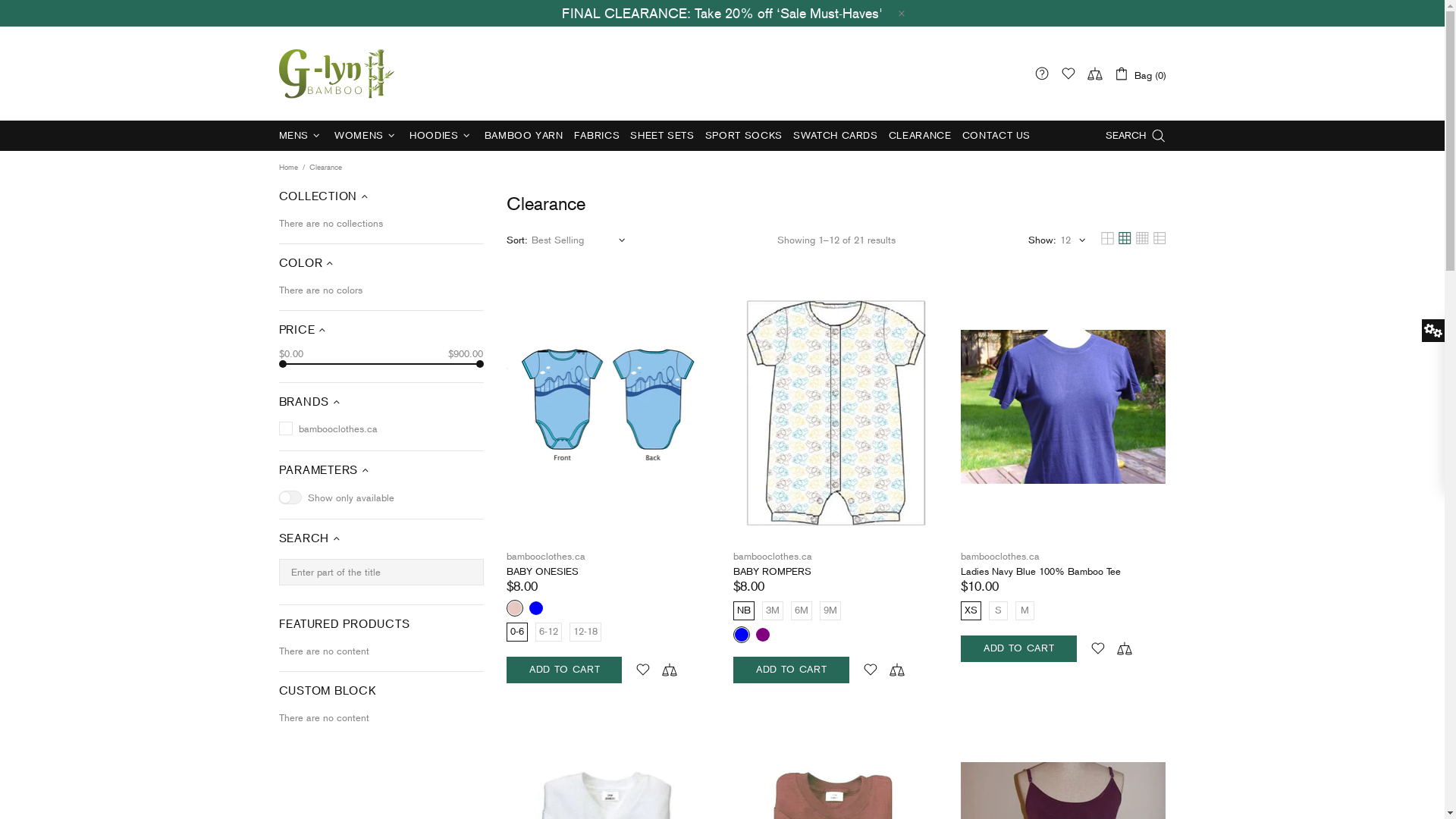 The image size is (1456, 819). I want to click on 'SHEET SETS', so click(662, 134).